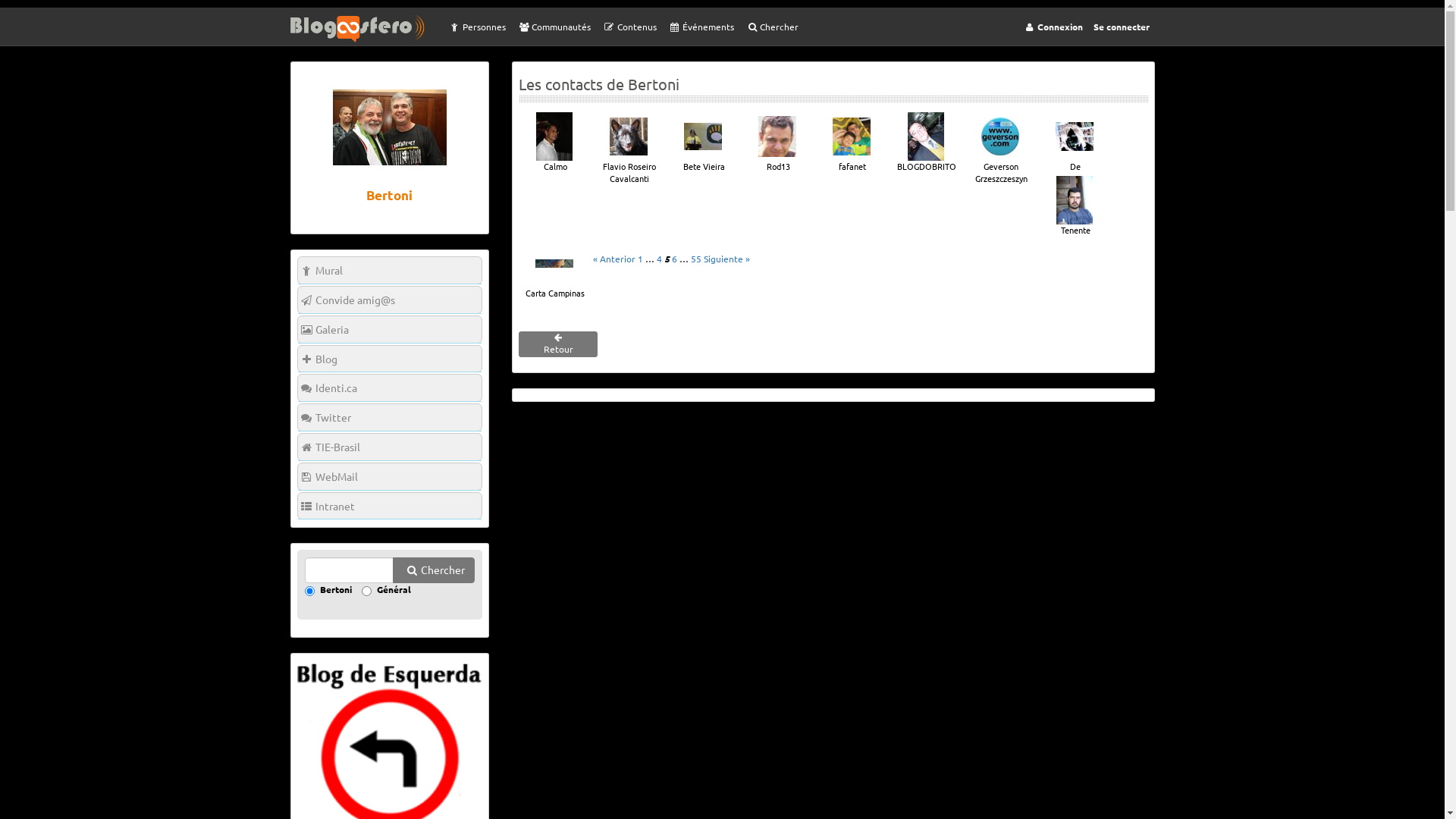 The image size is (1456, 819). Describe the element at coordinates (1051, 26) in the screenshot. I see `'Connexion'` at that location.